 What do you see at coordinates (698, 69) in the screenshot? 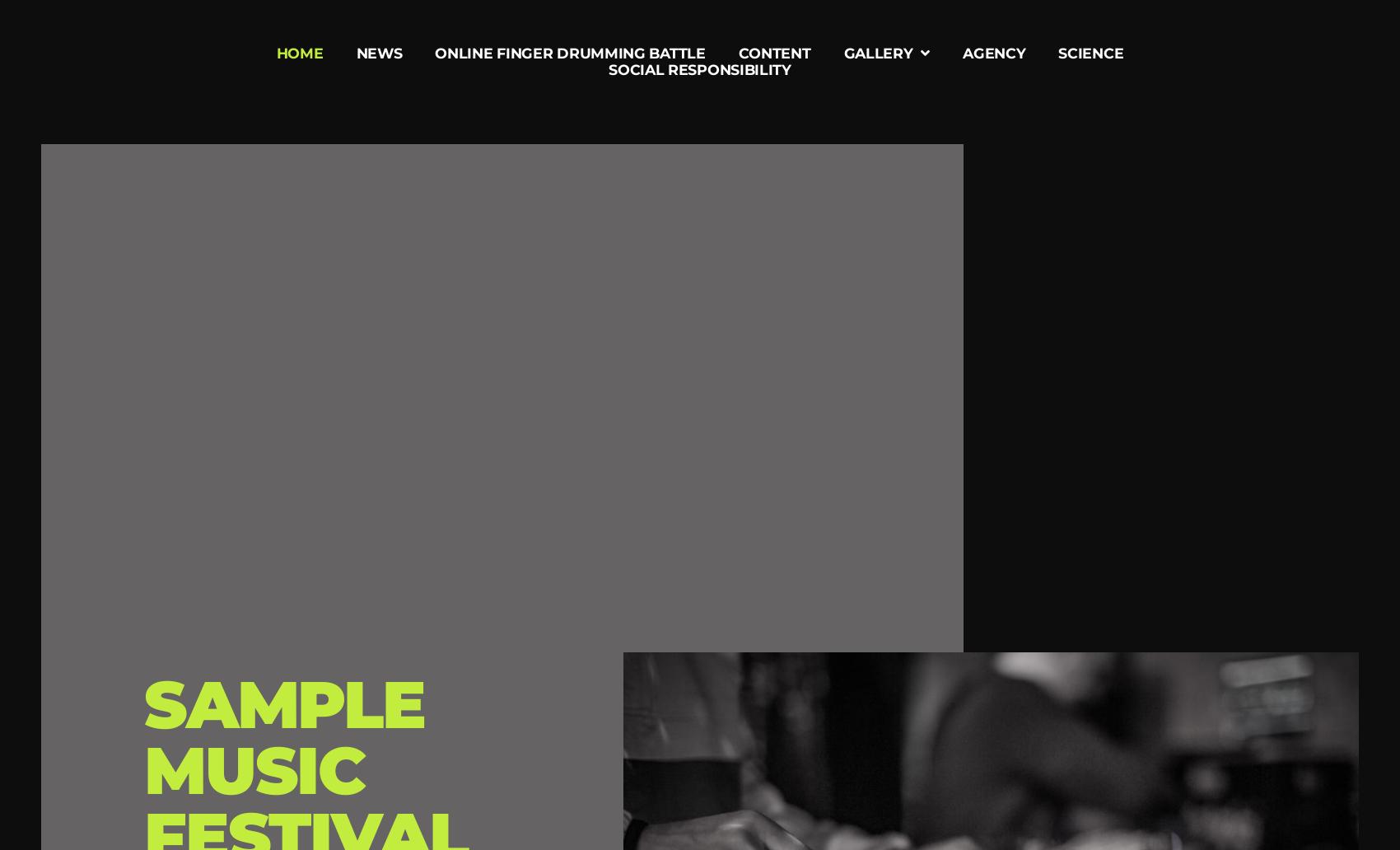
I see `'Social Responsibility'` at bounding box center [698, 69].